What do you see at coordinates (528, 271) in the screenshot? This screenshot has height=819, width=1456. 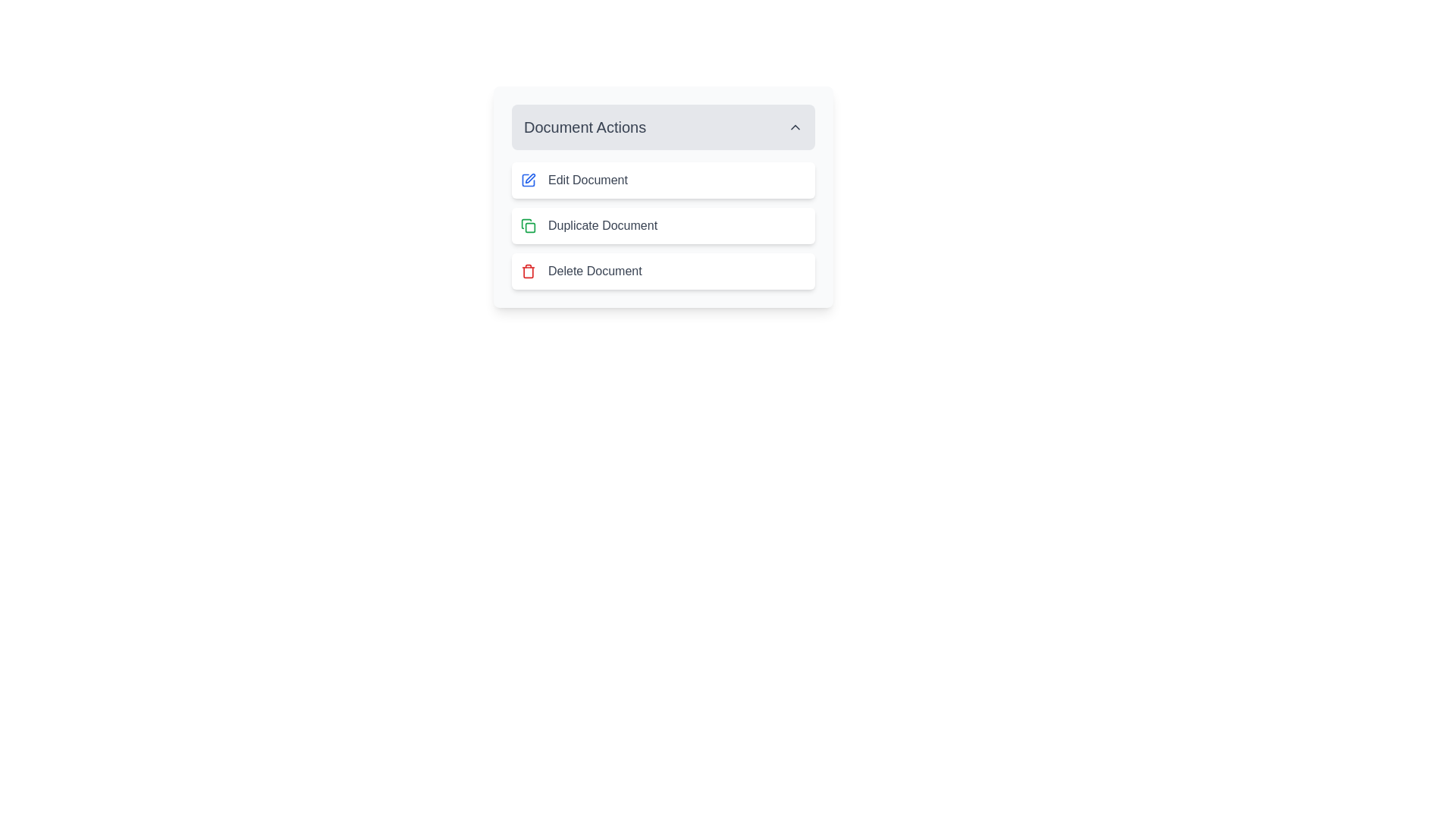 I see `the red trash bin icon located in the 'Delete Document' option within the 'Document Actions' dropdown` at bounding box center [528, 271].